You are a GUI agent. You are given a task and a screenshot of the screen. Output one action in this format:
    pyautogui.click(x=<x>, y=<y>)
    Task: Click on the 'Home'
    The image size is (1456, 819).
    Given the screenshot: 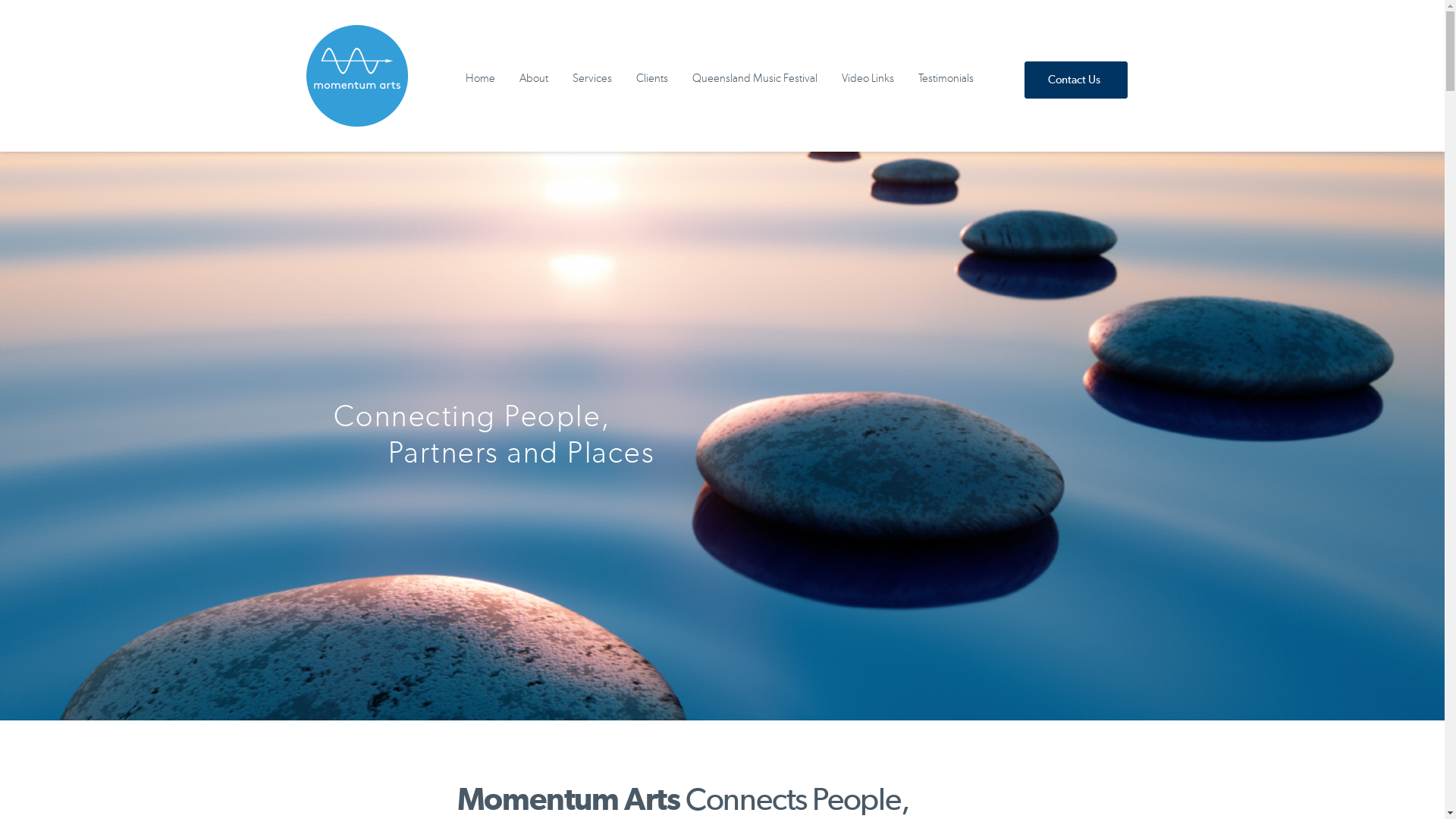 What is the action you would take?
    pyautogui.click(x=479, y=79)
    